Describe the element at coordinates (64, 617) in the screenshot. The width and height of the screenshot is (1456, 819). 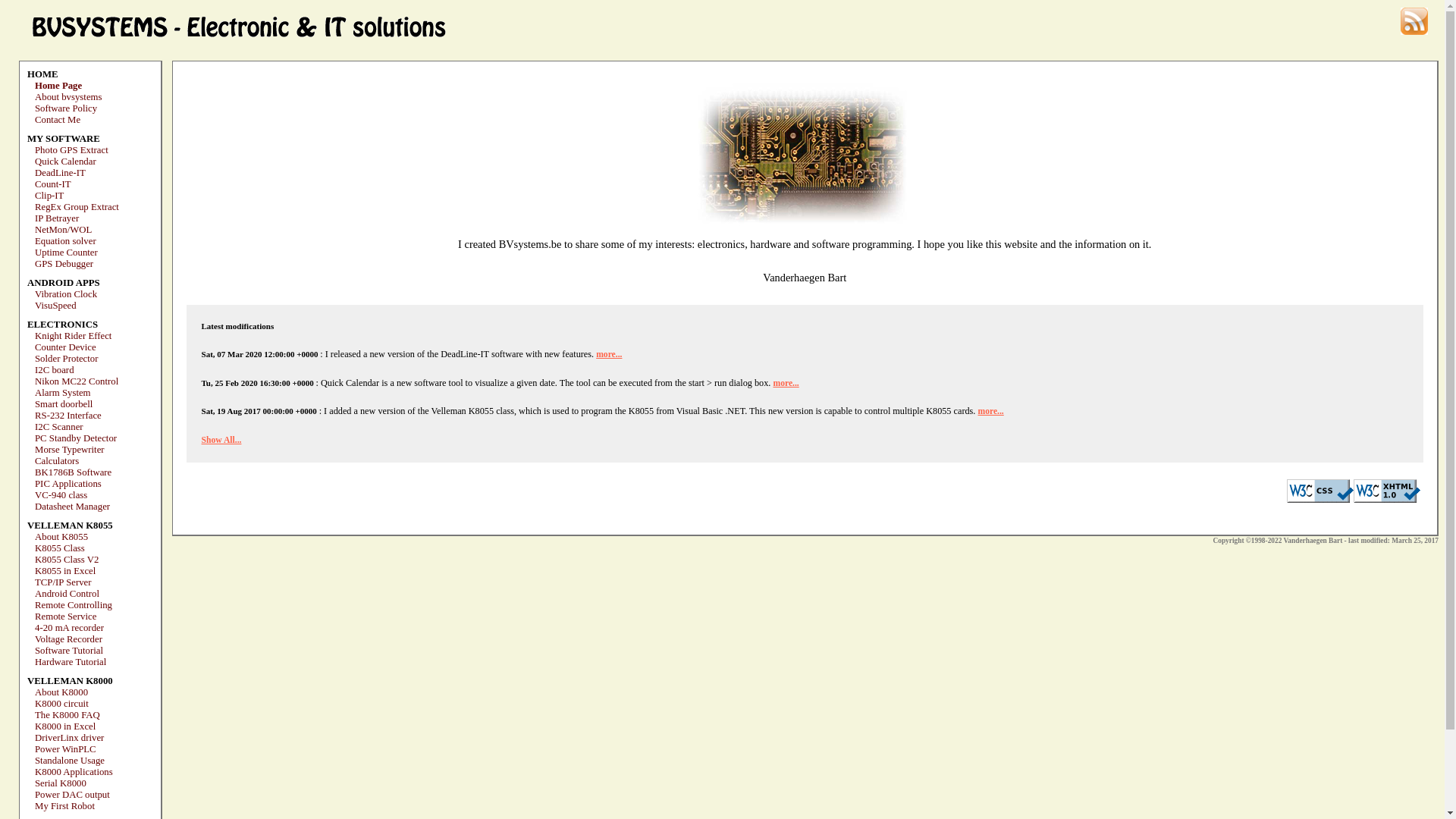
I see `'Remote Service'` at that location.